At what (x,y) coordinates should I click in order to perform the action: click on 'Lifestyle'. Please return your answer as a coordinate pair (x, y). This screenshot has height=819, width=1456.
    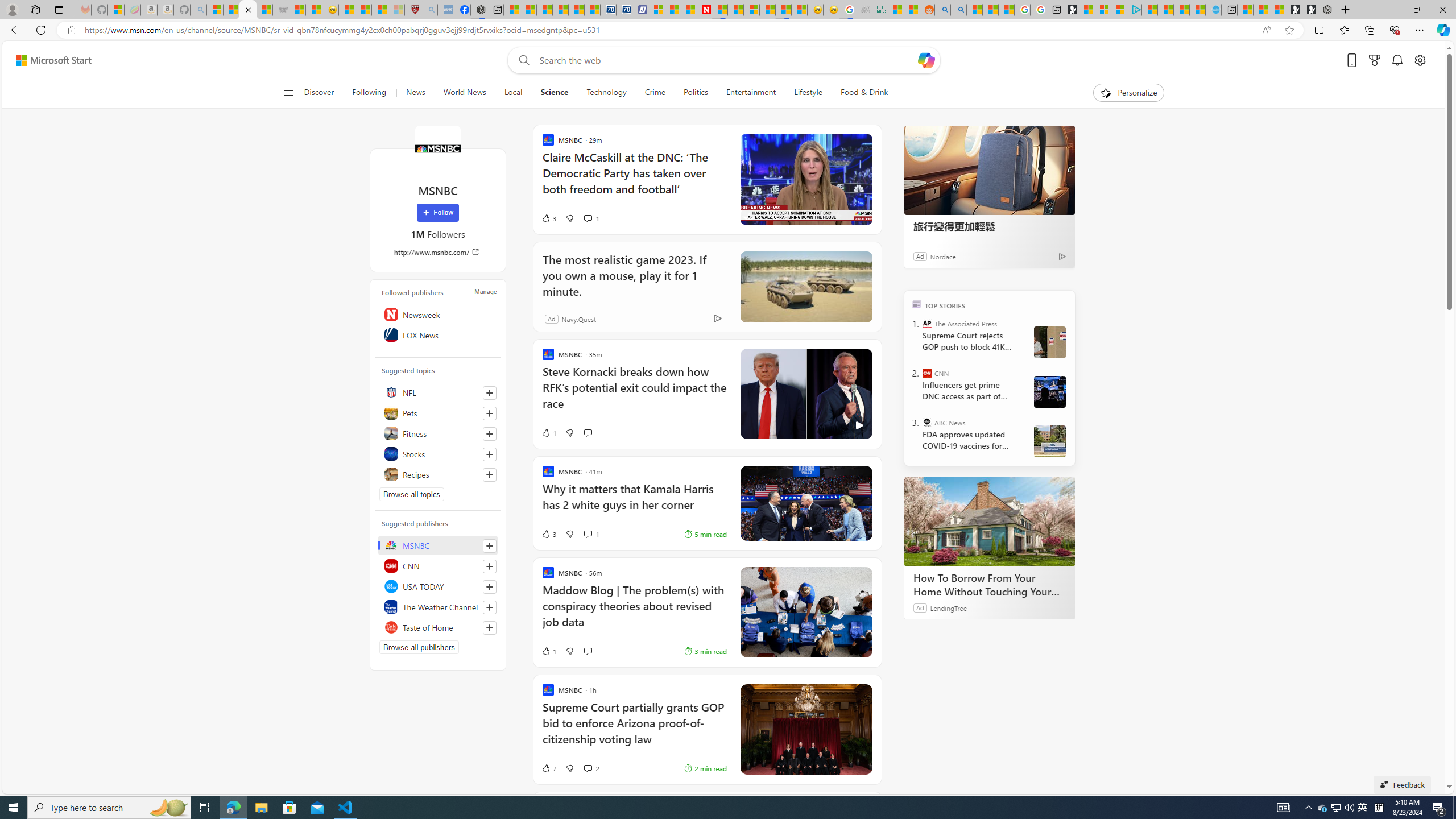
    Looking at the image, I should click on (807, 92).